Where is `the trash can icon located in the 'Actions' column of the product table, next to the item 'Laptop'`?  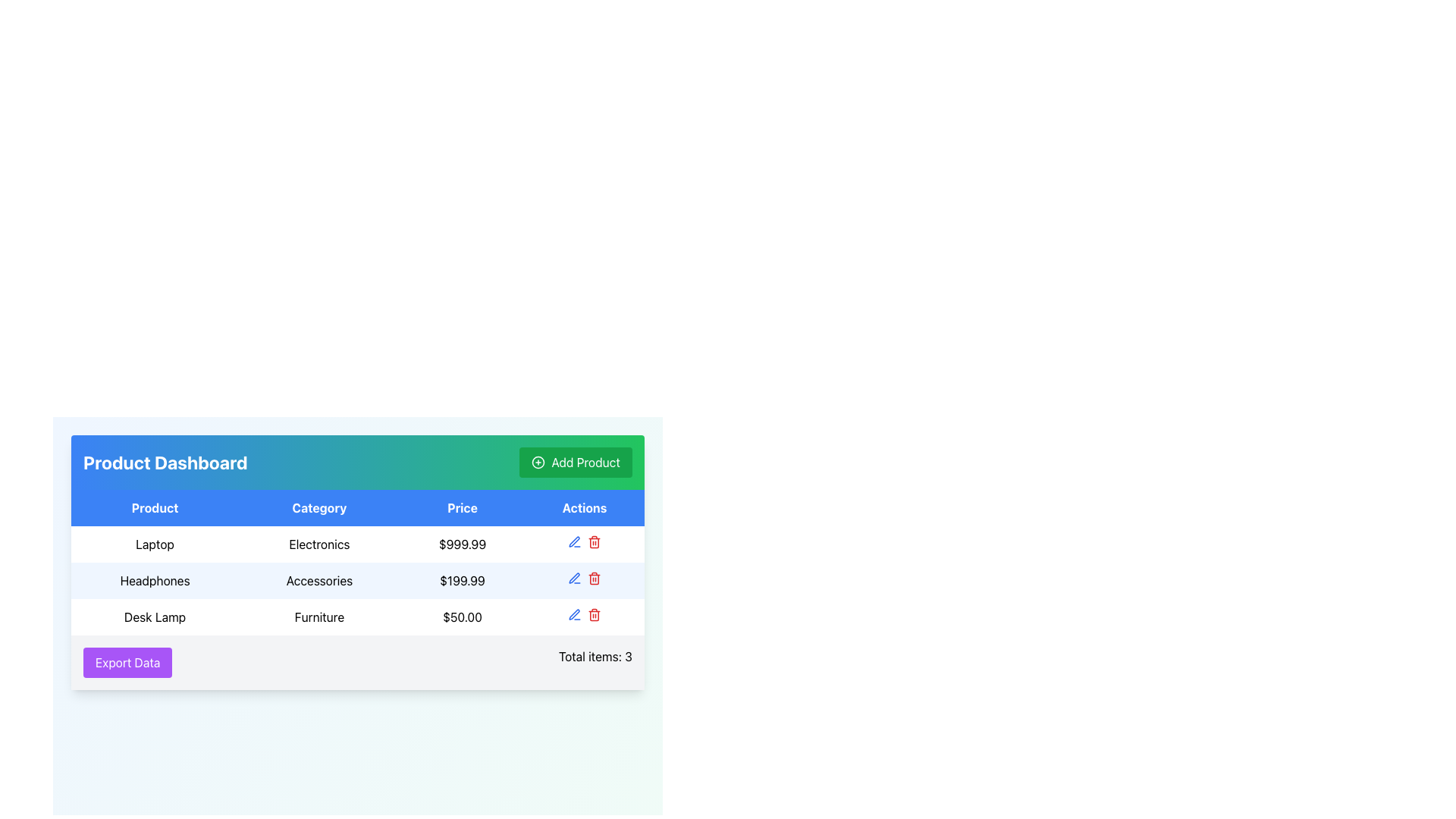
the trash can icon located in the 'Actions' column of the product table, next to the item 'Laptop' is located at coordinates (594, 616).